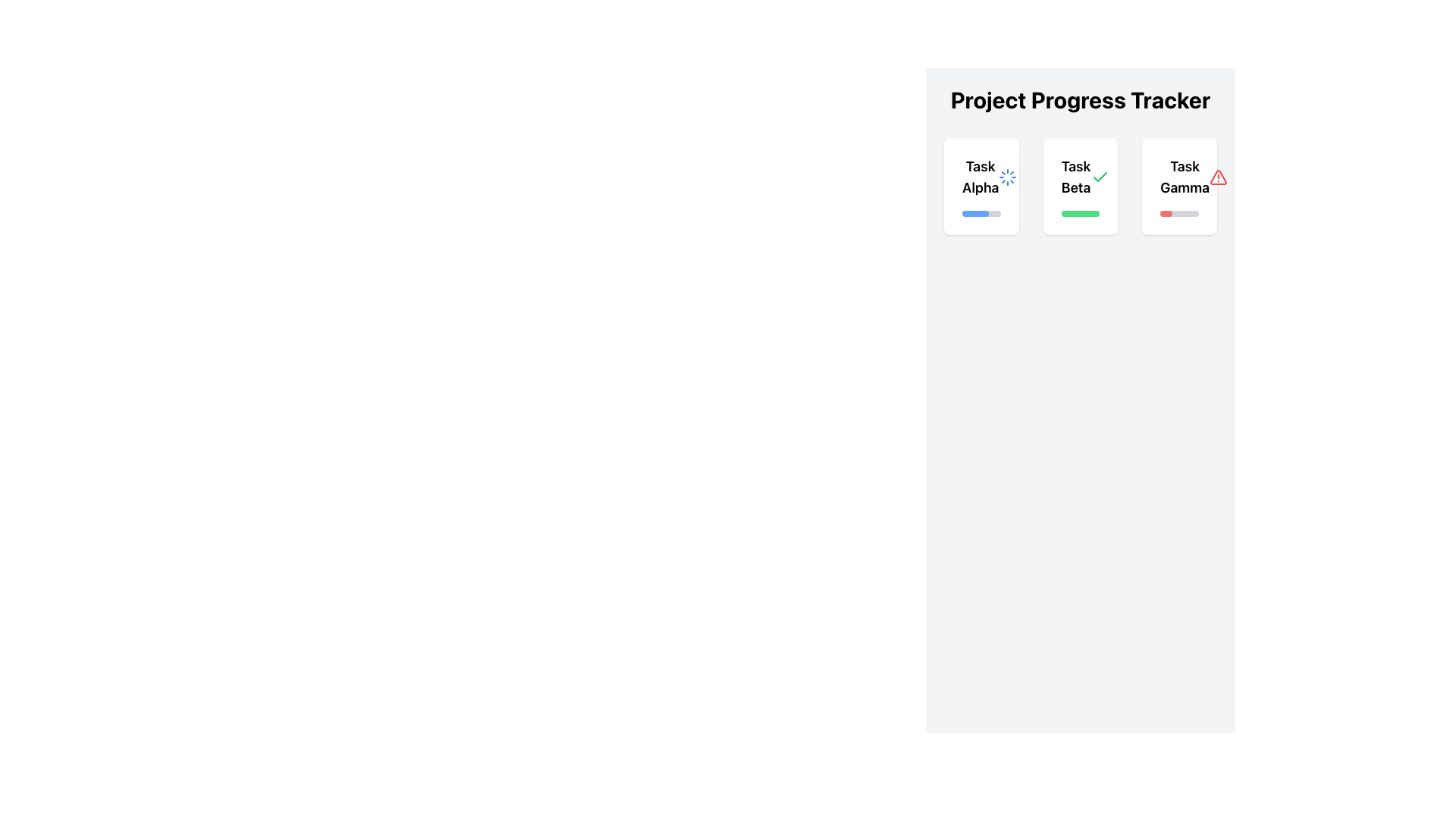 Image resolution: width=1456 pixels, height=819 pixels. I want to click on the progress indication of the horizontally aligned Progress Bar at the bottom end of the 'Task Gamma' card, which is light gray with a red segment indicating progress, so click(1178, 213).